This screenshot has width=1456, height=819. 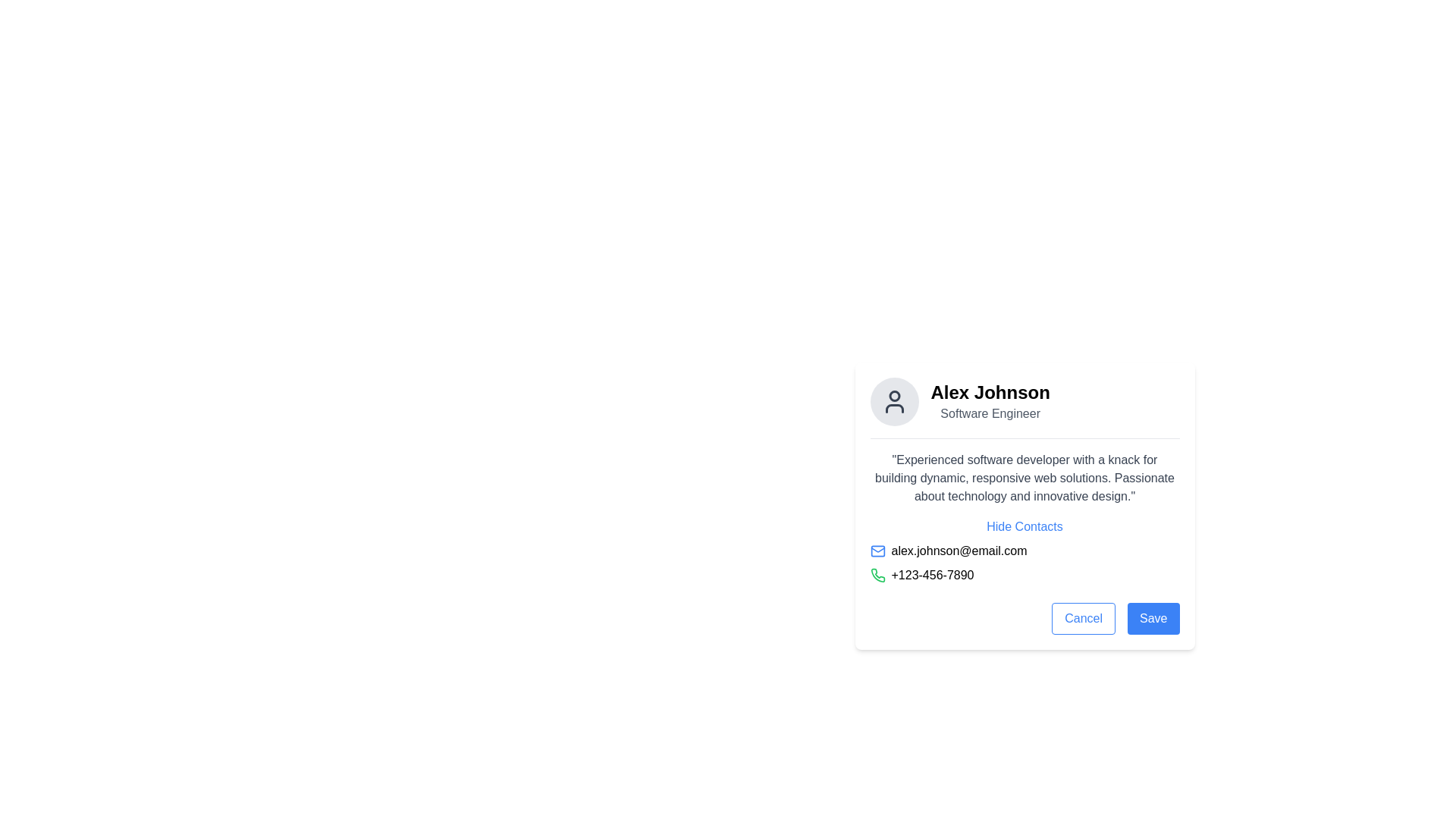 What do you see at coordinates (877, 575) in the screenshot?
I see `the green phone receiver icon located to the left of the text '+123-456-7890' in the contact card interface` at bounding box center [877, 575].